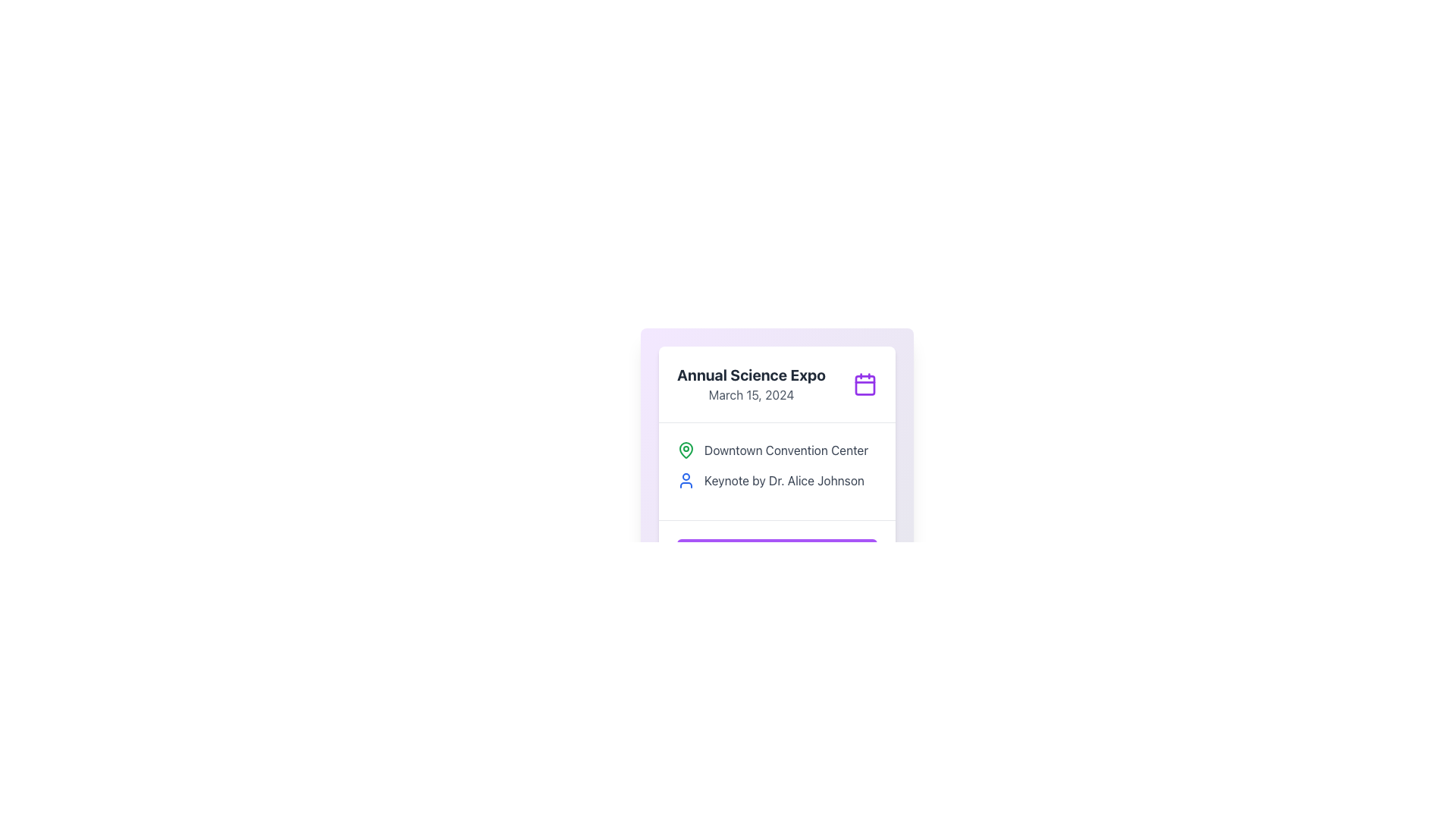  What do you see at coordinates (784, 480) in the screenshot?
I see `the text label 'Keynote by Dr. Alice Johnson'` at bounding box center [784, 480].